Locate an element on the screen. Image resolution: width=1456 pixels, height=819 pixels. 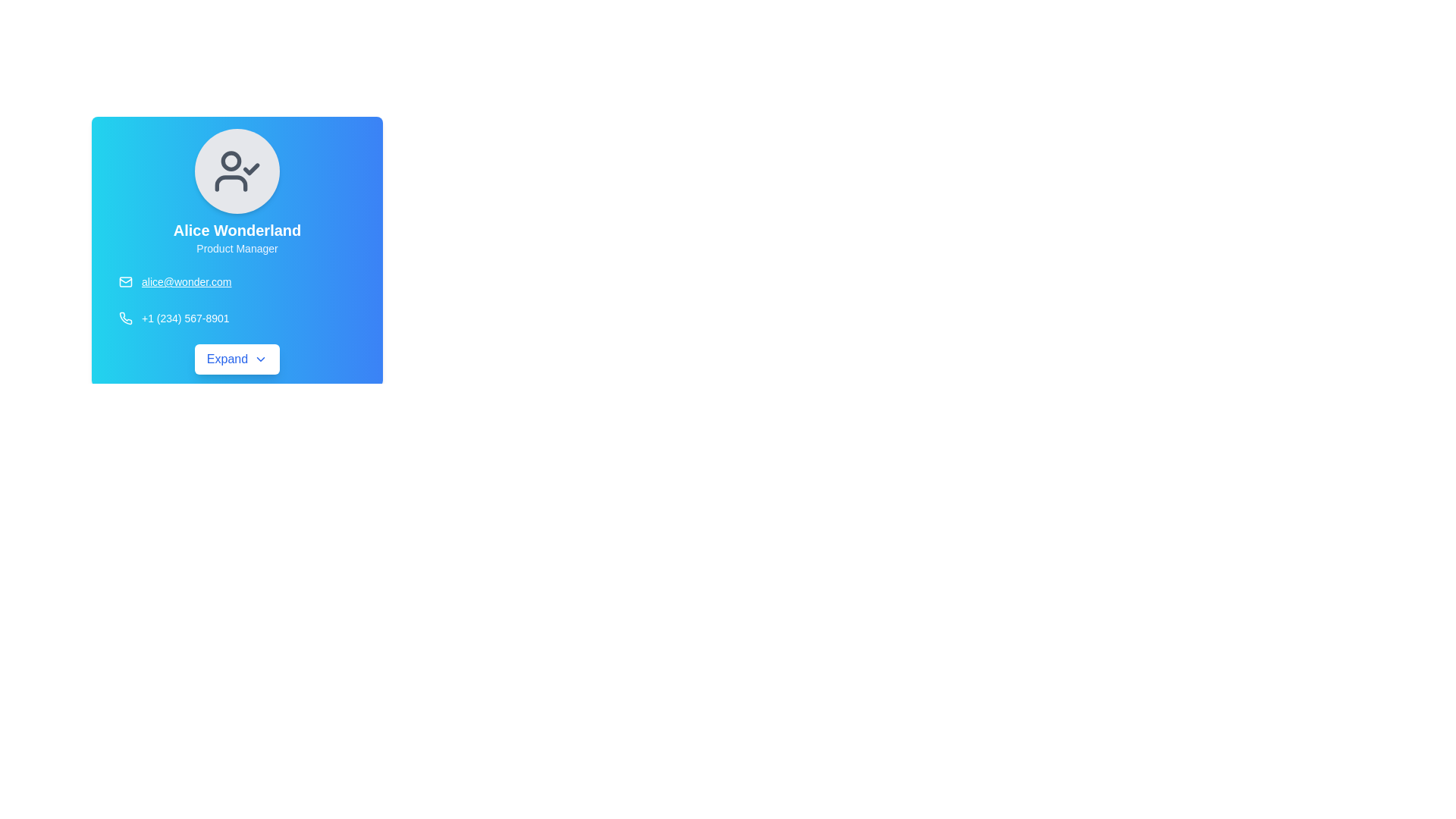
the blue downward-pointing chevron icon next to the 'Expand' button is located at coordinates (261, 359).